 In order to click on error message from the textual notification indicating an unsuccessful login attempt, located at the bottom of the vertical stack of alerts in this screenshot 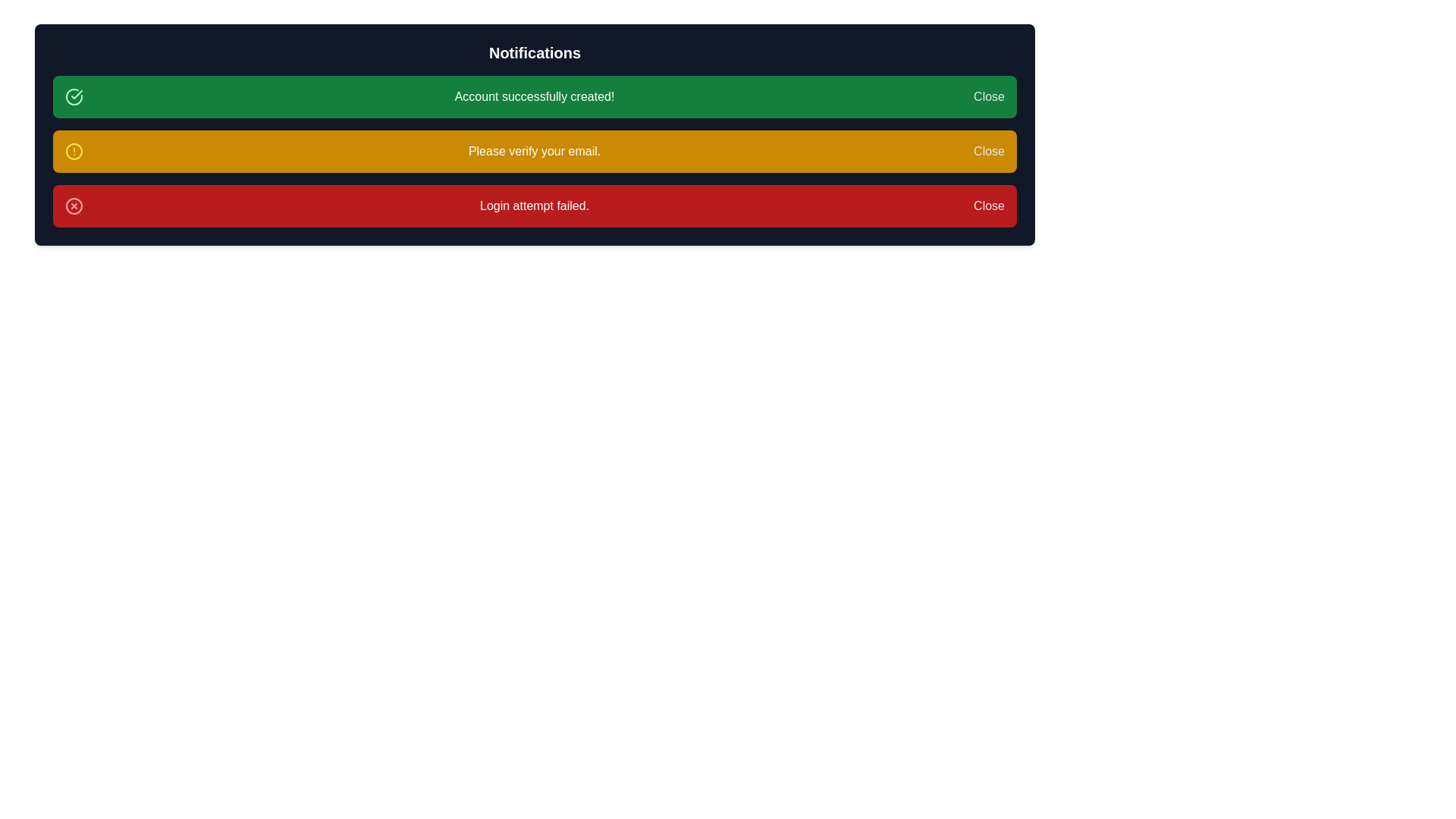, I will do `click(535, 206)`.